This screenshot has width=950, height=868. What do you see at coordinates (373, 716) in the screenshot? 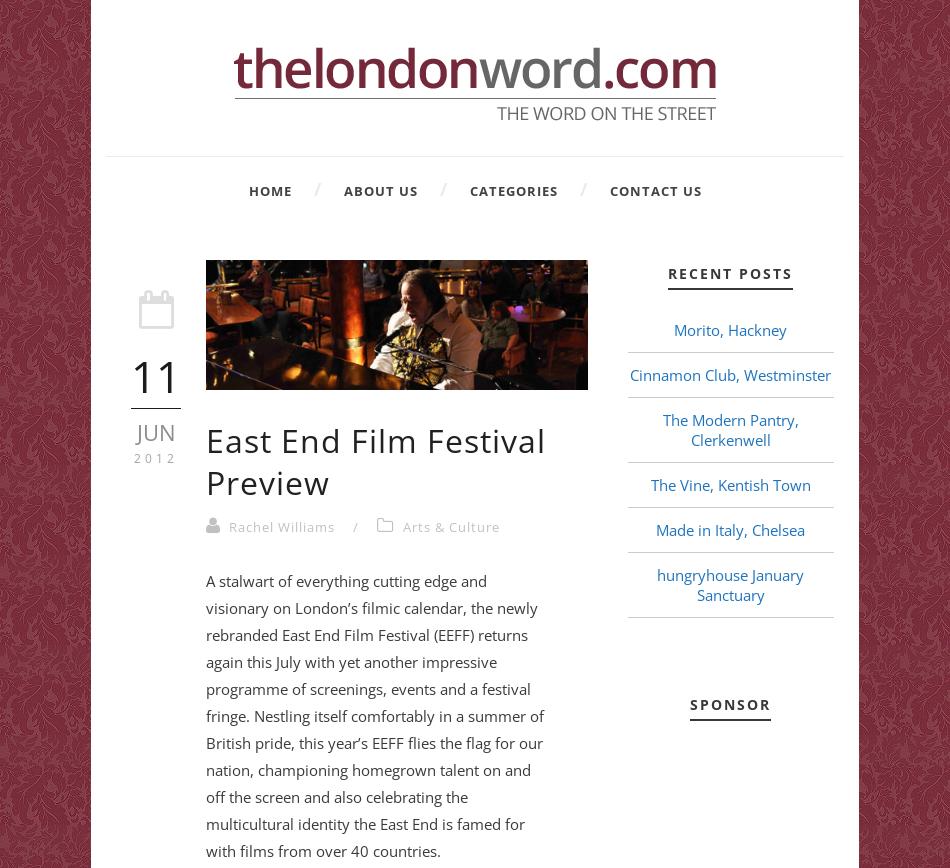
I see `'A stalwart of everything cutting edge and visionary on London’s filmic calendar, the newly rebranded East End Film Festival (EEFF) returns again this July with yet another impressive programme of screenings, events and a festival fringe. Nestling itself comfortably in a summer of British pride, this year’s EEFF flies the flag for our nation, championing homegrown talent on and off the screen and also celebrating the multicultural identity the East End is famed for with films from over 40 countries.'` at bounding box center [373, 716].